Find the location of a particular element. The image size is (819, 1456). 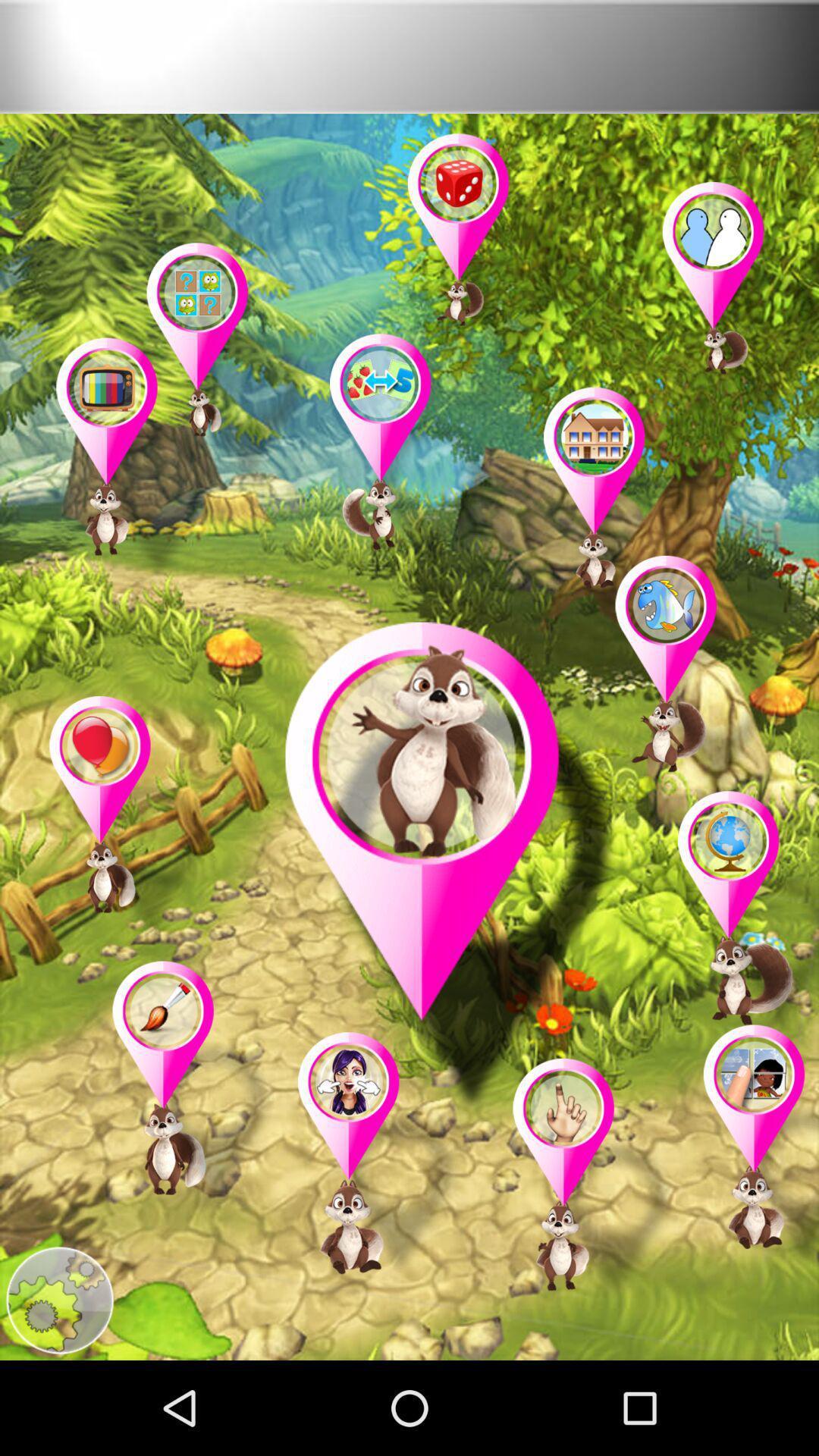

activate 'james squirrel vocal is located at coordinates (450, 870).